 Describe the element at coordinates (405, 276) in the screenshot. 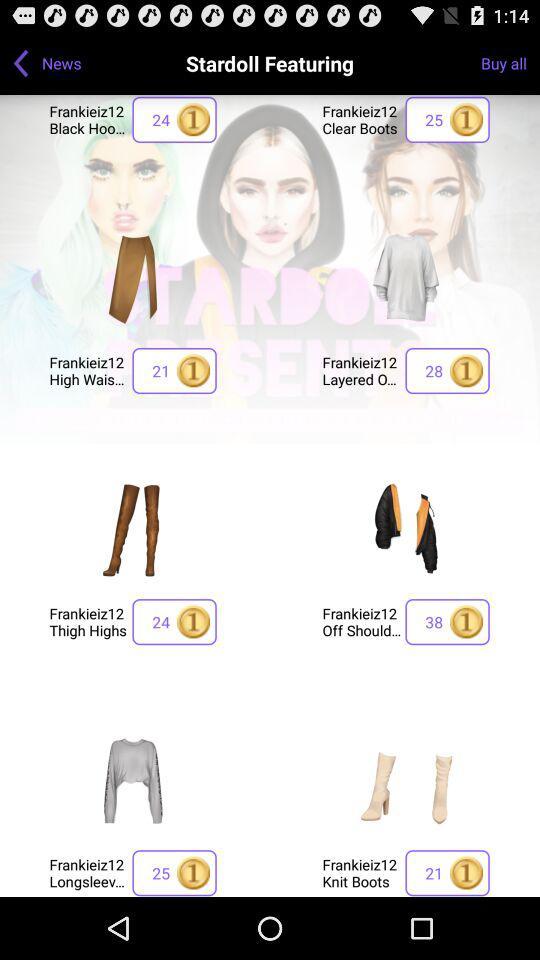

I see `this item` at that location.